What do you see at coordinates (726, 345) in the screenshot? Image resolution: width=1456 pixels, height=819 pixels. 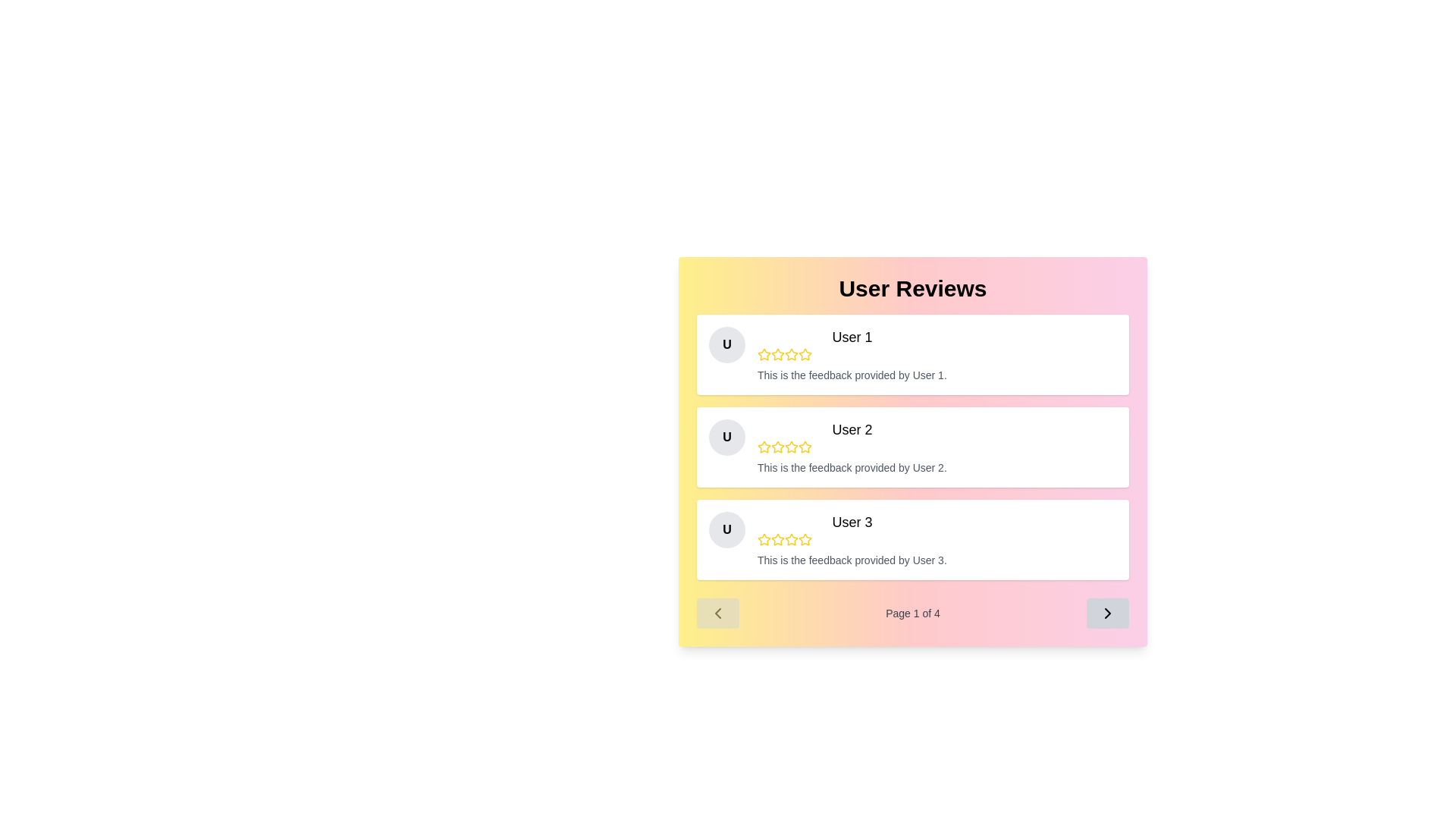 I see `the user avatar or badge located in the first review card of the 'User Reviews' section by moving the cursor to its center point` at bounding box center [726, 345].